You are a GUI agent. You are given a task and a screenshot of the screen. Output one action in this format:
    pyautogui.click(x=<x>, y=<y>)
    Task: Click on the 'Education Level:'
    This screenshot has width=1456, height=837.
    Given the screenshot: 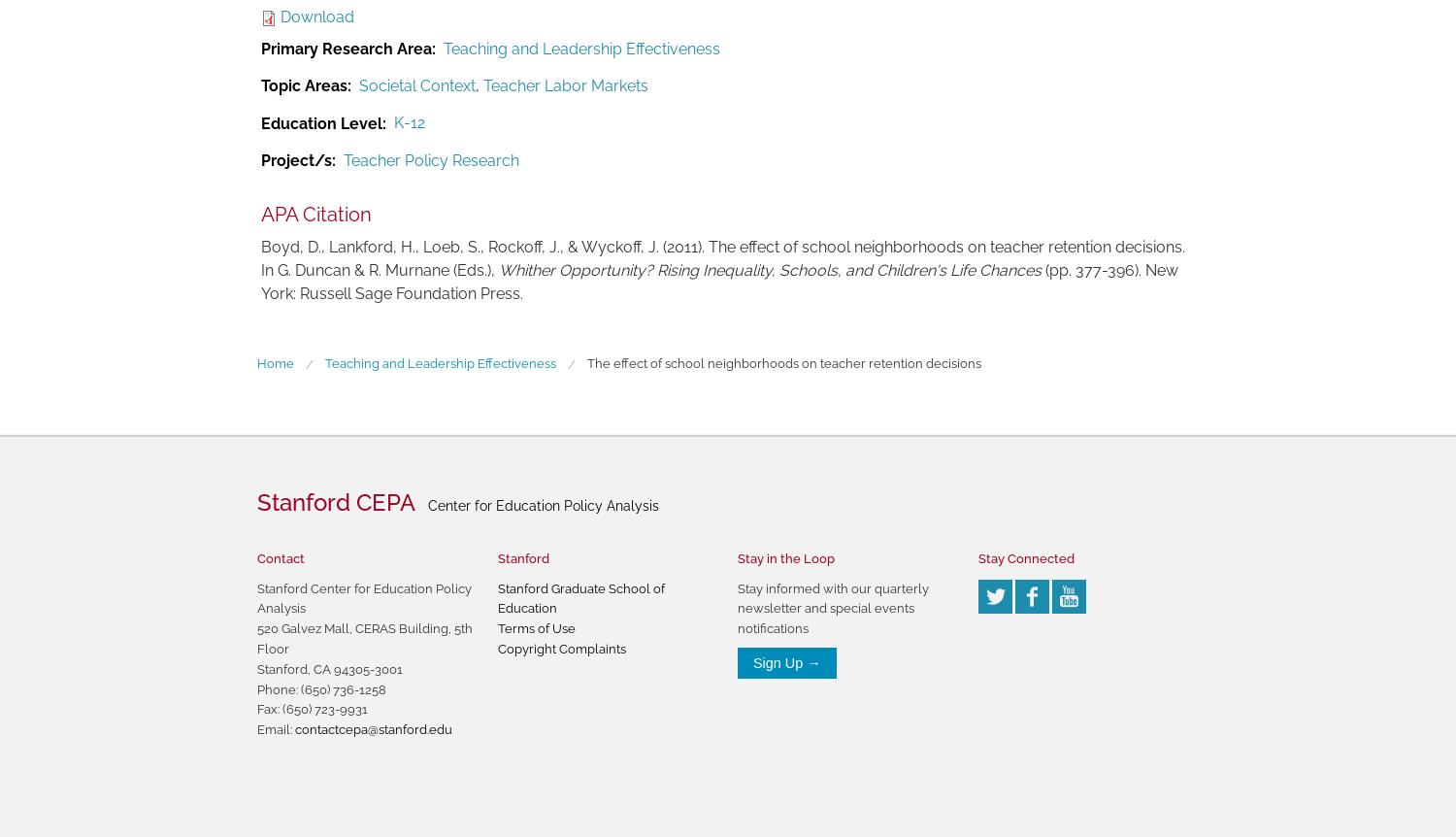 What is the action you would take?
    pyautogui.click(x=322, y=121)
    